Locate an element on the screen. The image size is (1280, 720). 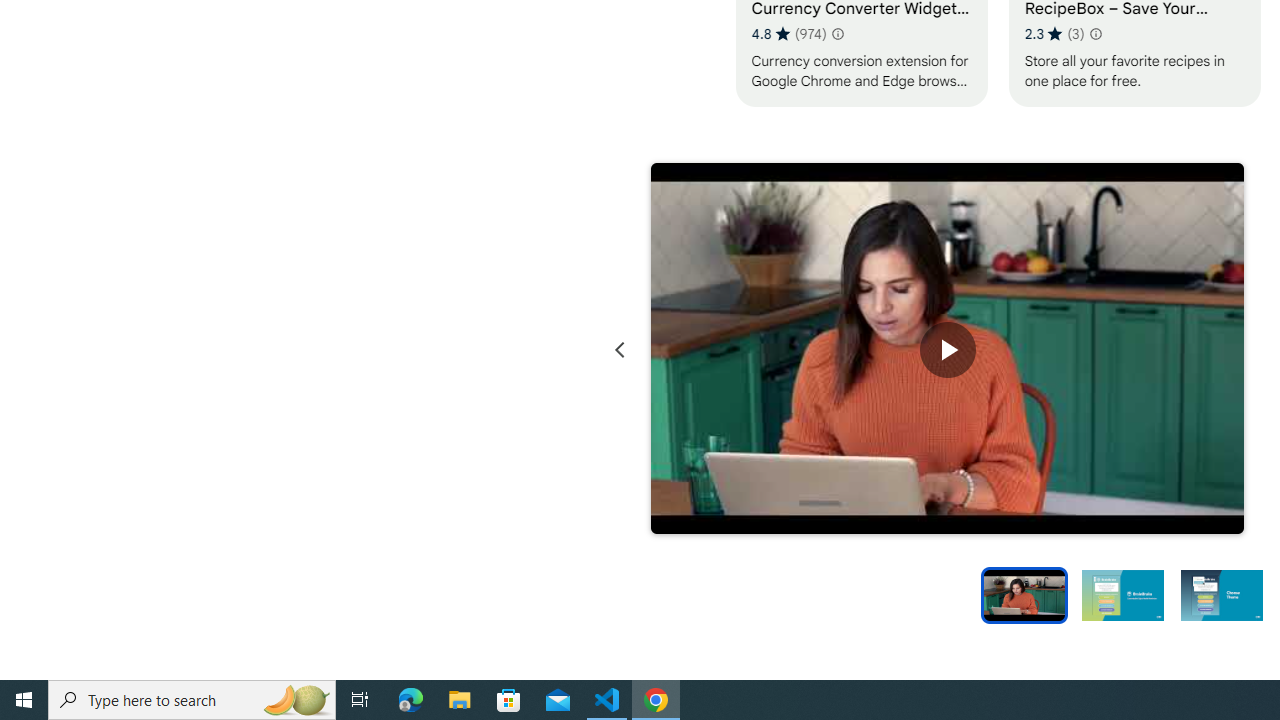
'Item media 1 video' is located at coordinates (946, 349).